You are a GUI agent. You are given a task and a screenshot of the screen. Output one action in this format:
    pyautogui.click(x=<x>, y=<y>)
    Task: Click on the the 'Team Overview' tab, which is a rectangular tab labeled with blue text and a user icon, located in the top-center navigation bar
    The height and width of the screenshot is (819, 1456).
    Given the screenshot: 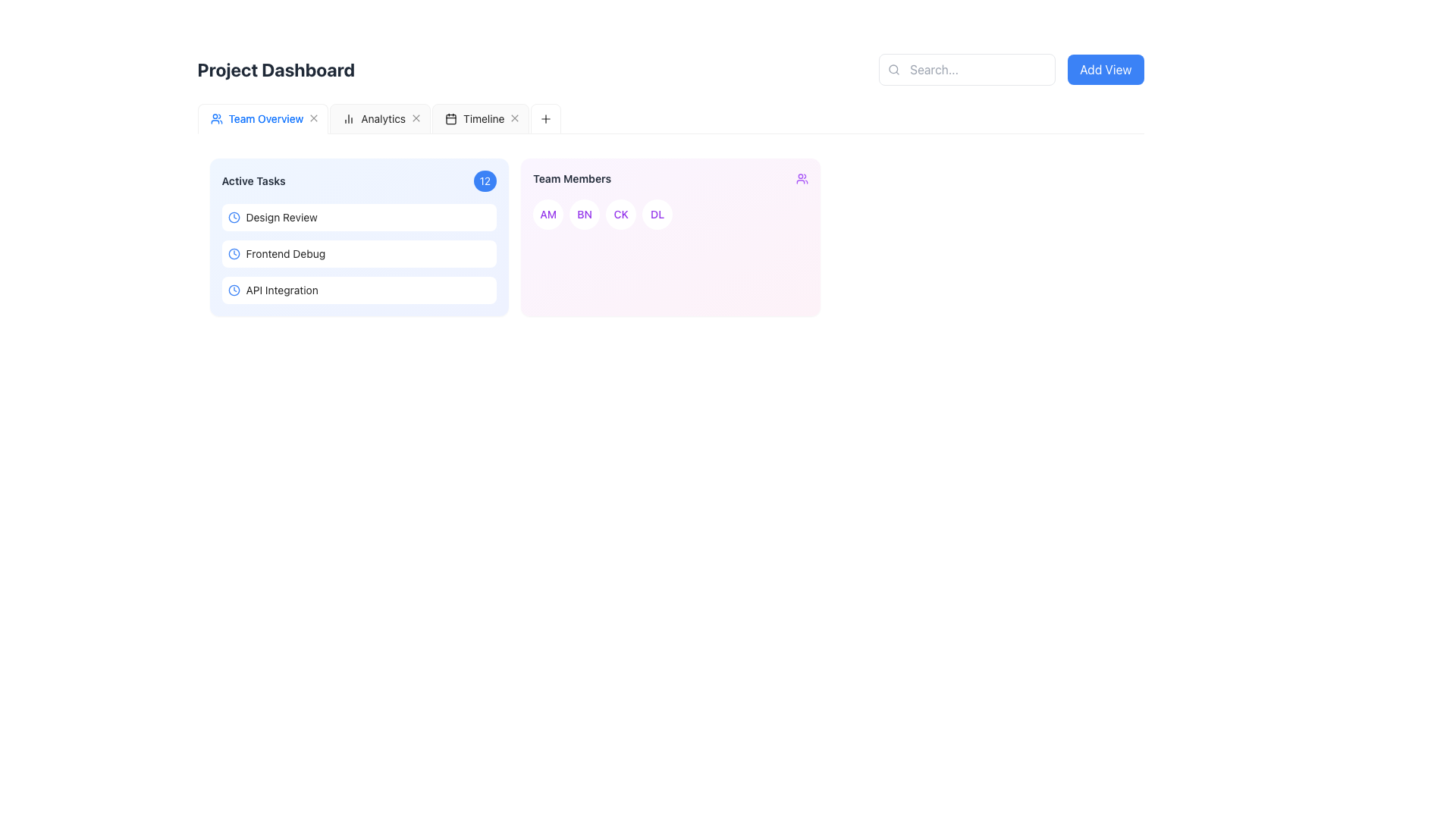 What is the action you would take?
    pyautogui.click(x=256, y=118)
    